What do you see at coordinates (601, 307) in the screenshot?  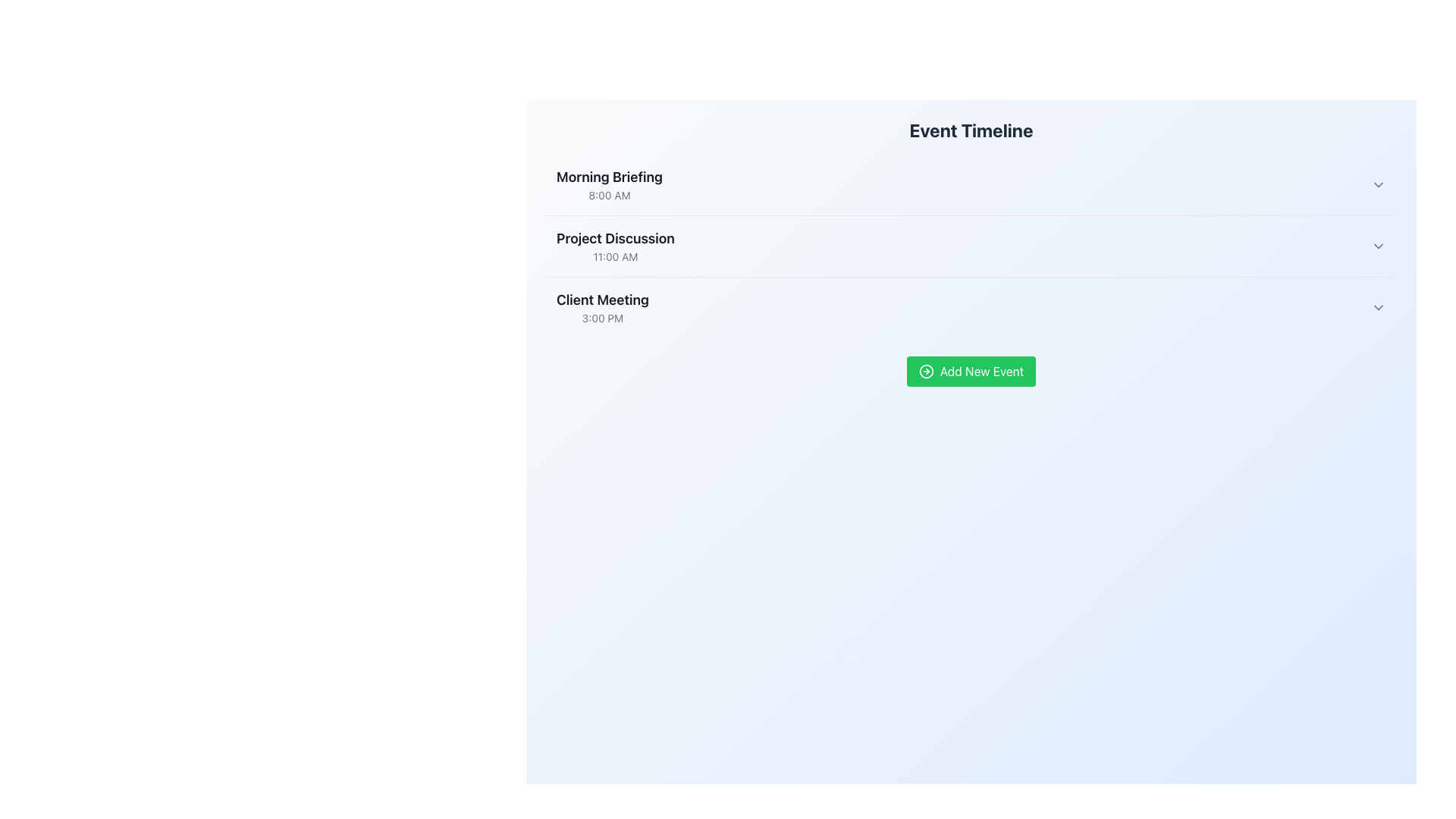 I see `the non-interactive text display showing 'Client Meeting' at 3:00 PM, which is the third entry in a chronological list of events` at bounding box center [601, 307].